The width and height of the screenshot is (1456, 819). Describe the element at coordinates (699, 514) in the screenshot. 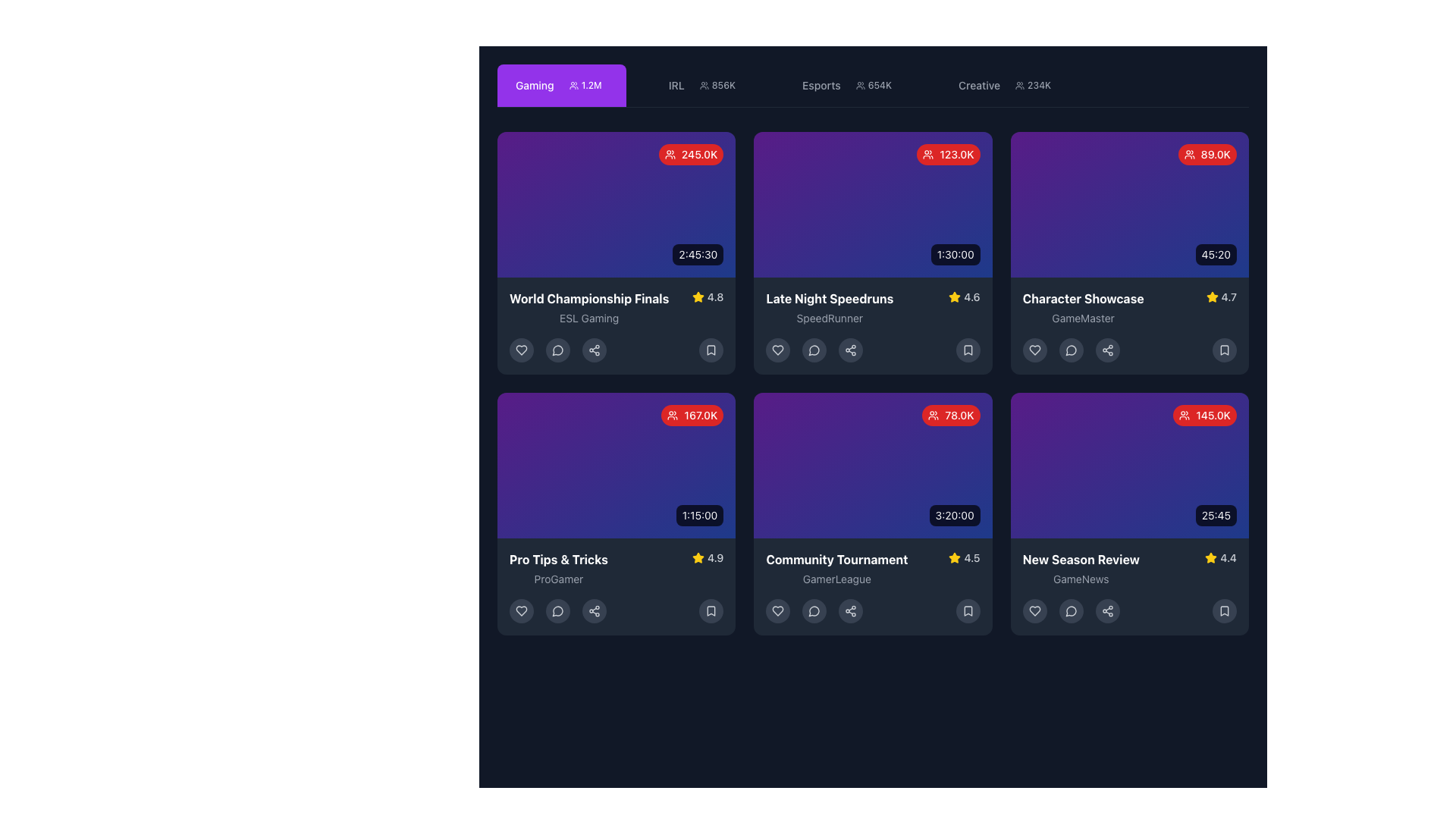

I see `the label displaying the duration of the video or event in the bottom-right corner of the 'Pro Tips & Tricks' card` at that location.